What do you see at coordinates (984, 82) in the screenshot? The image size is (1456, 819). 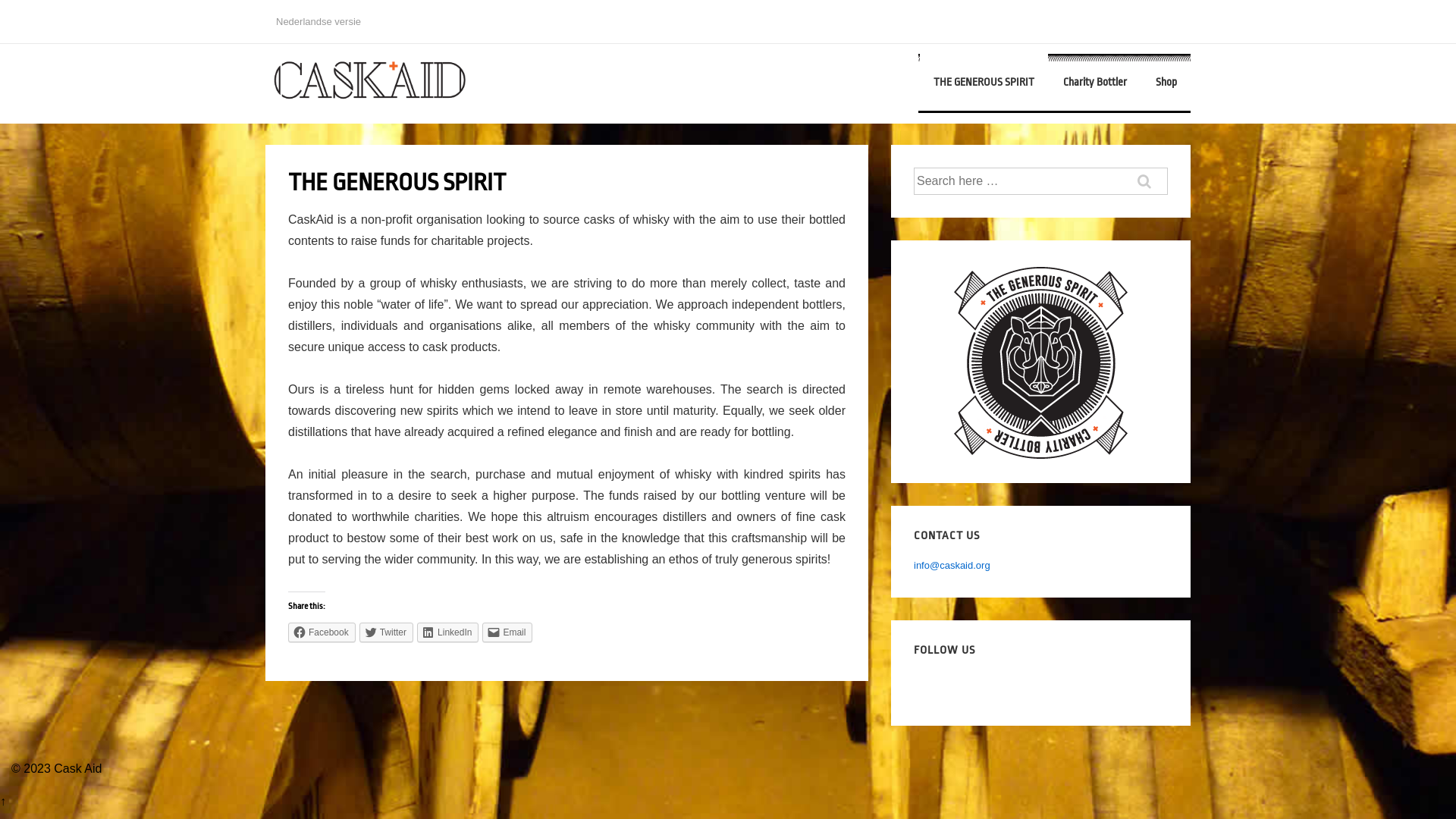 I see `'THE GENEROUS SPIRIT'` at bounding box center [984, 82].